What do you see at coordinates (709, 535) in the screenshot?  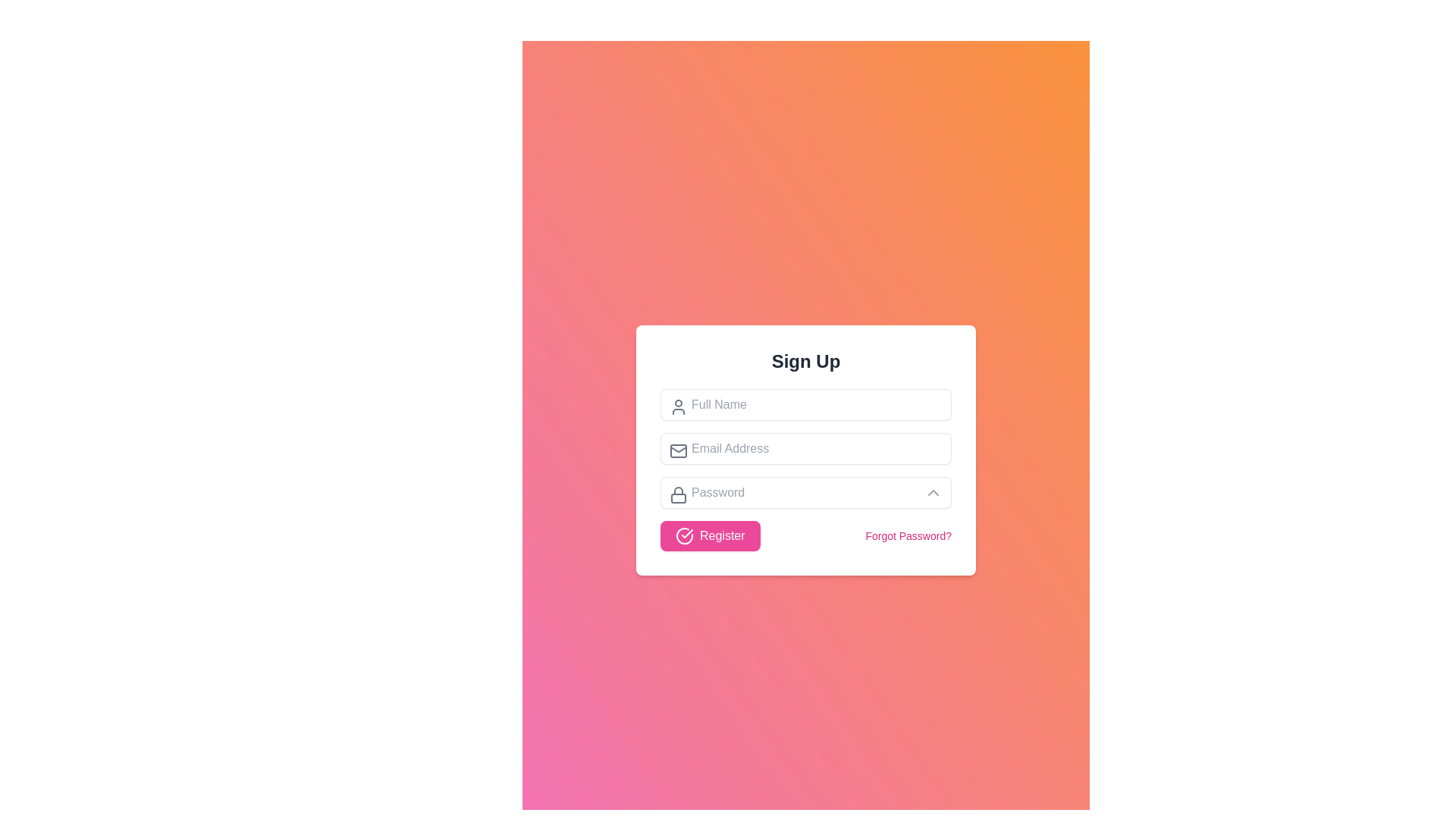 I see `the pink 'Register' button with a white checkmark icon` at bounding box center [709, 535].